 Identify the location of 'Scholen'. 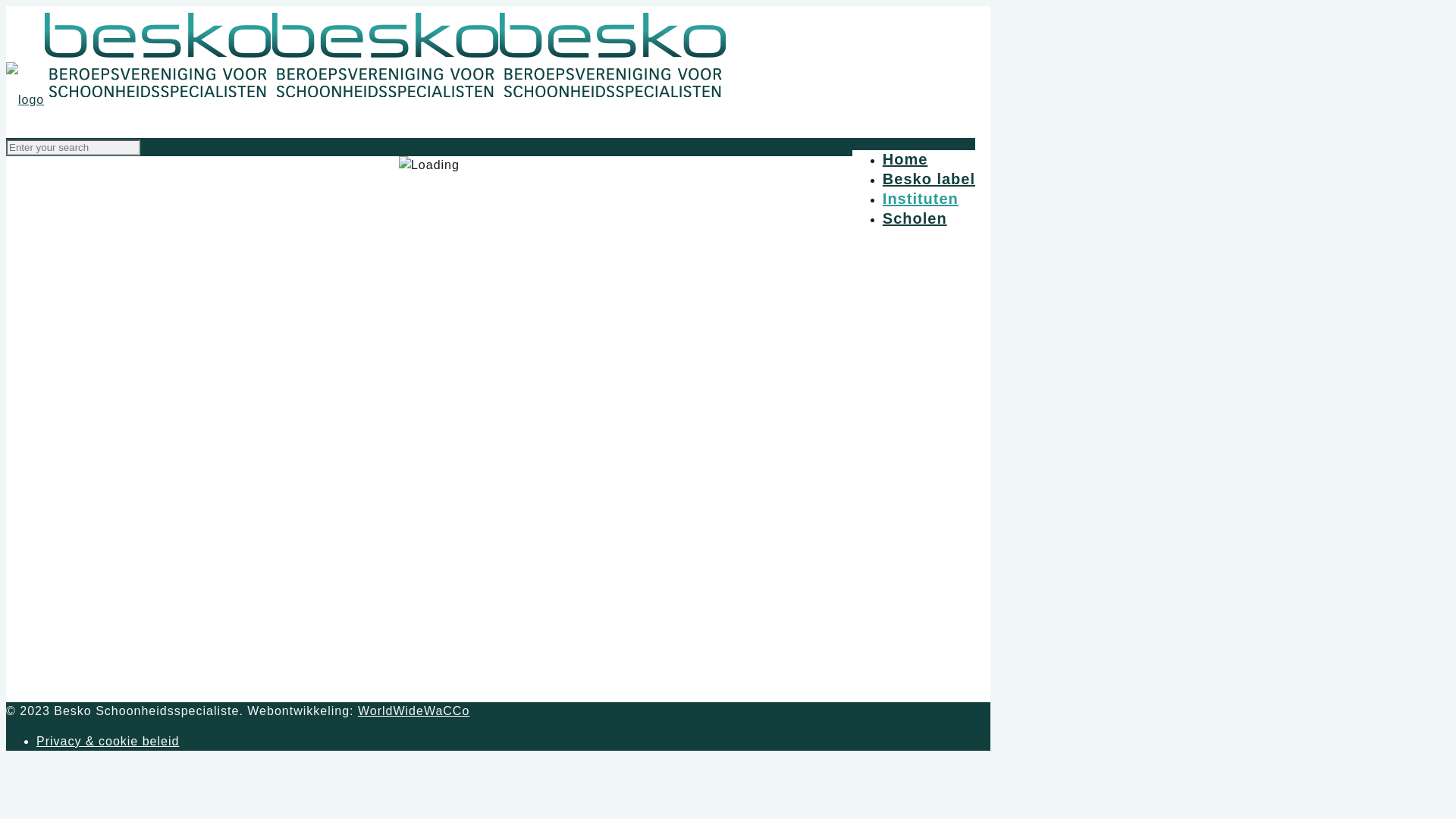
(882, 218).